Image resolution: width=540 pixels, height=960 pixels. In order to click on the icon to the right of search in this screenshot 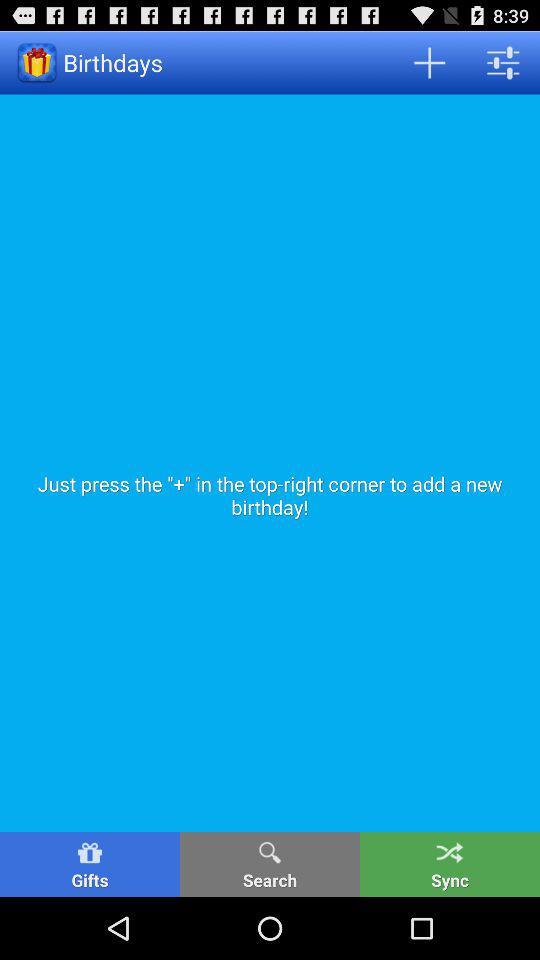, I will do `click(449, 863)`.